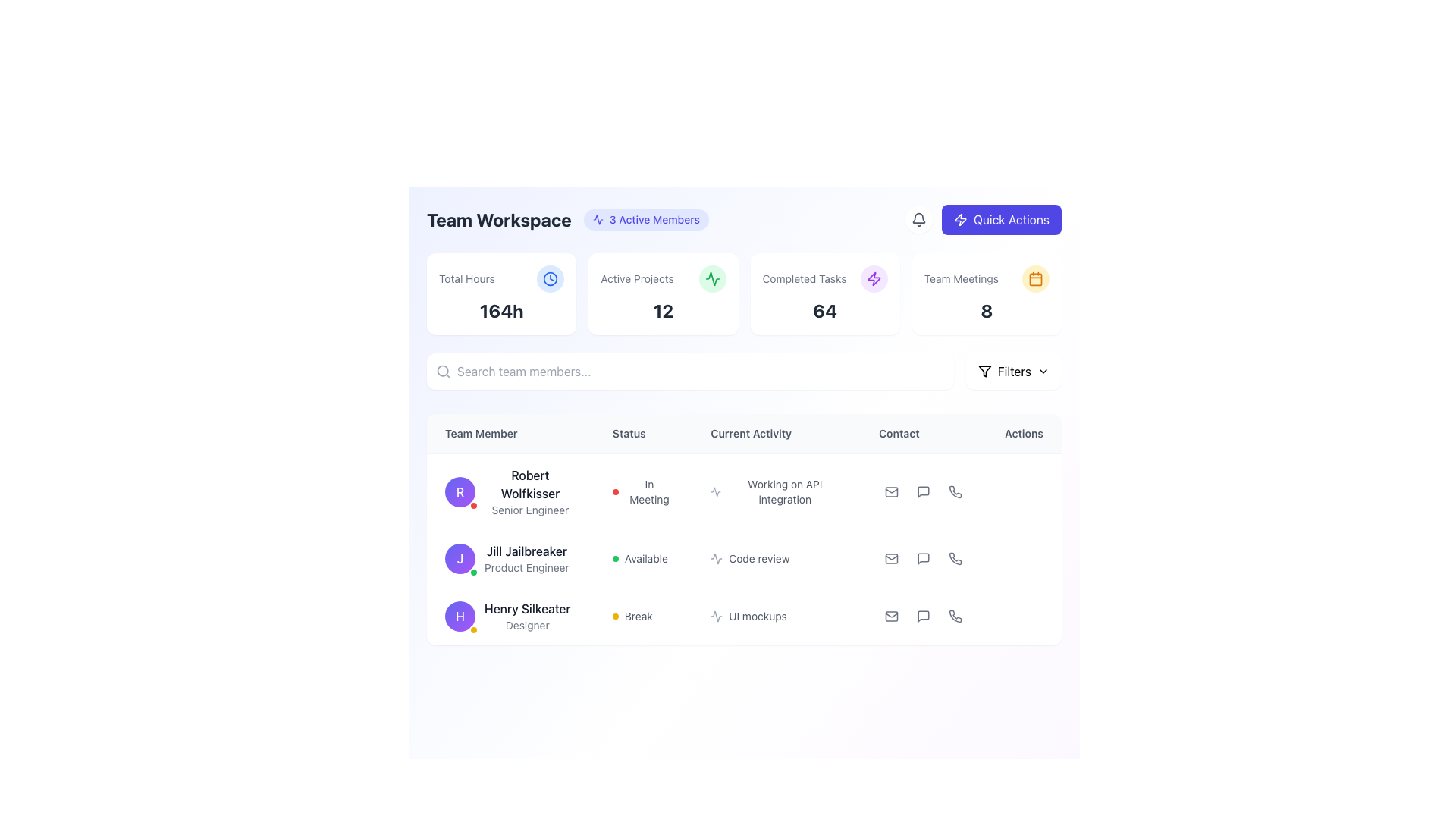  I want to click on the avatar of user 'Jill Jailbreaker' in the 'Team Member' section, so click(459, 558).